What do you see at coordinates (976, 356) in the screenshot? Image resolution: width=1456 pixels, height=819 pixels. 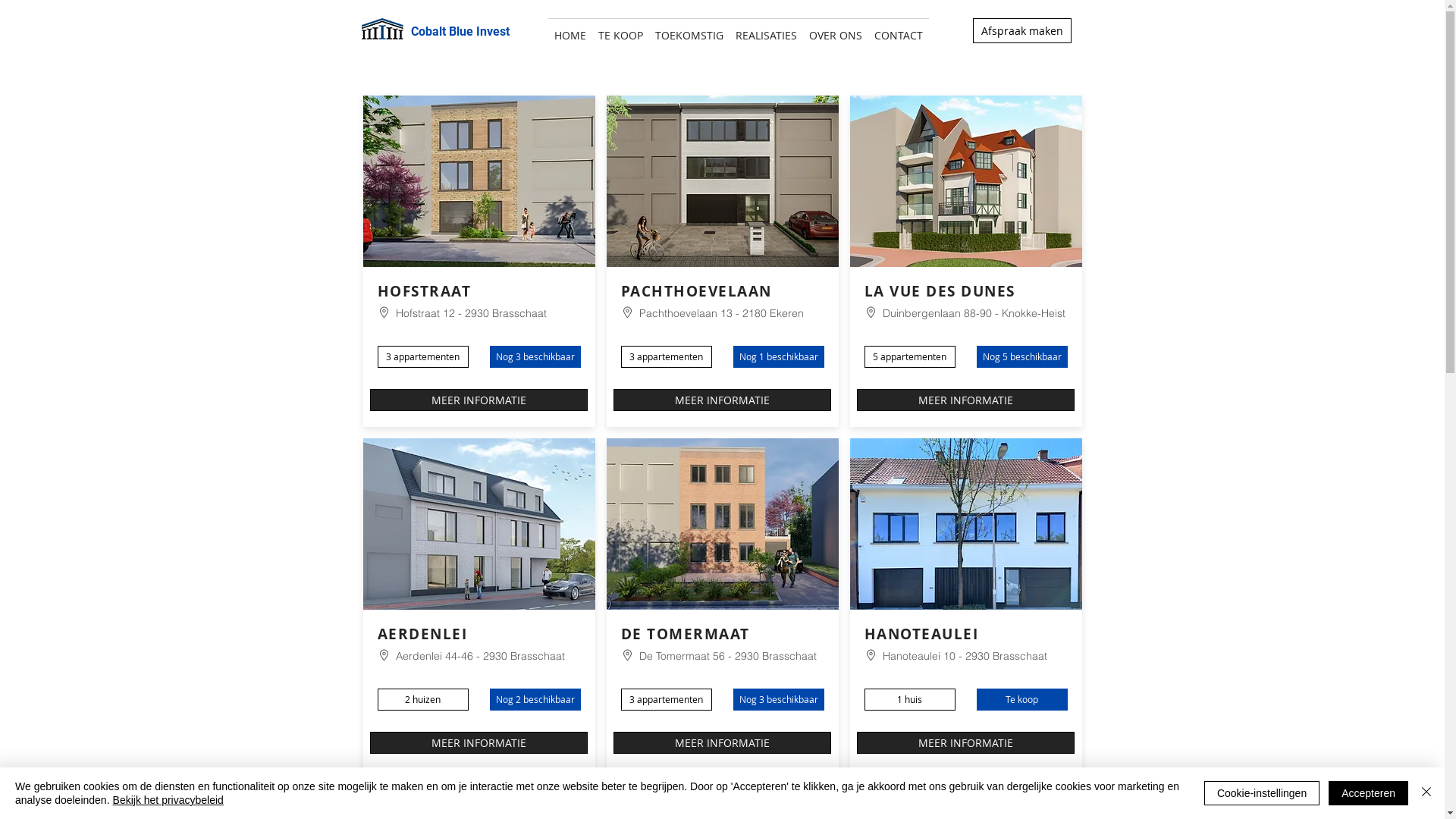 I see `'Nog 5 beschikbaar'` at bounding box center [976, 356].